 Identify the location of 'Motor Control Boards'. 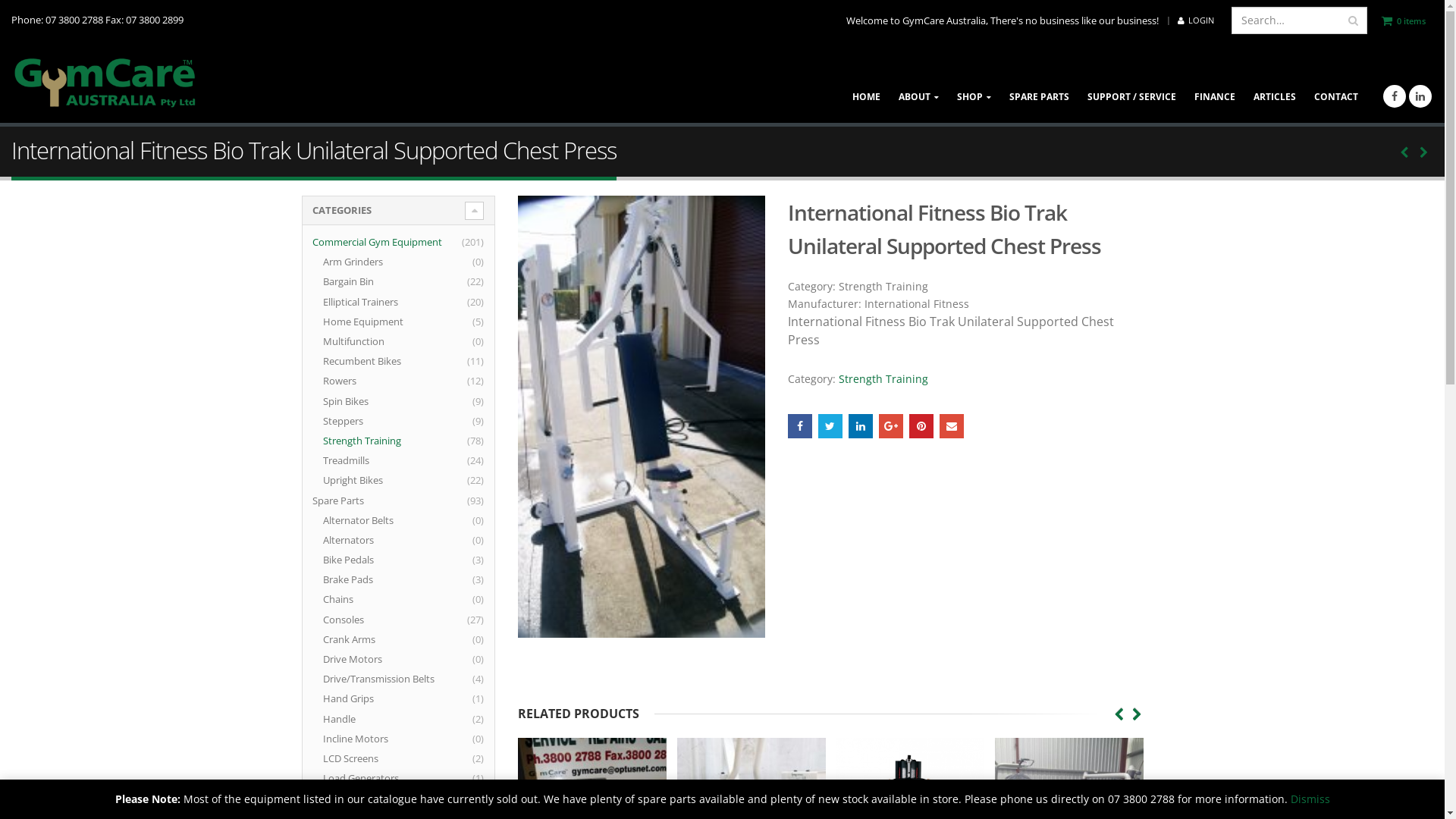
(382, 797).